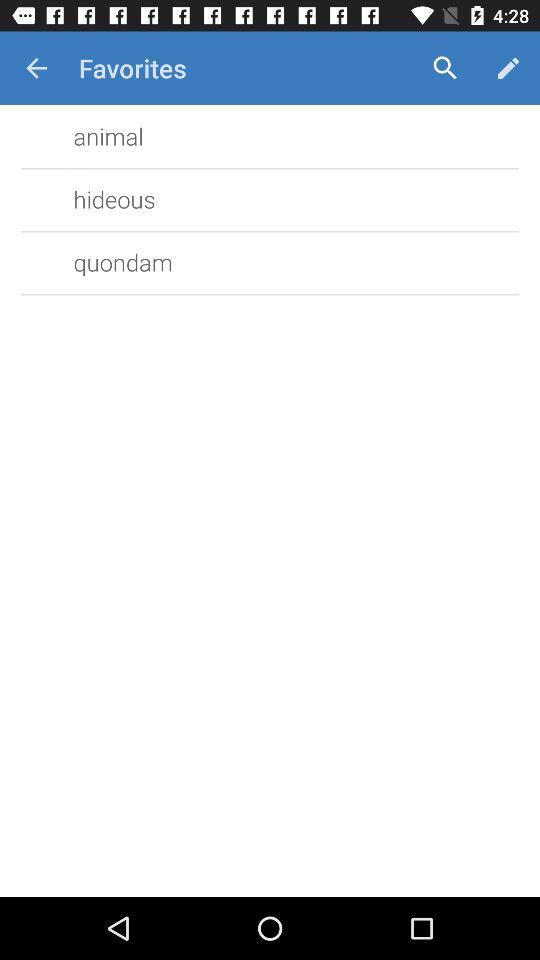  Describe the element at coordinates (445, 68) in the screenshot. I see `the icon to the right of the favorites item` at that location.